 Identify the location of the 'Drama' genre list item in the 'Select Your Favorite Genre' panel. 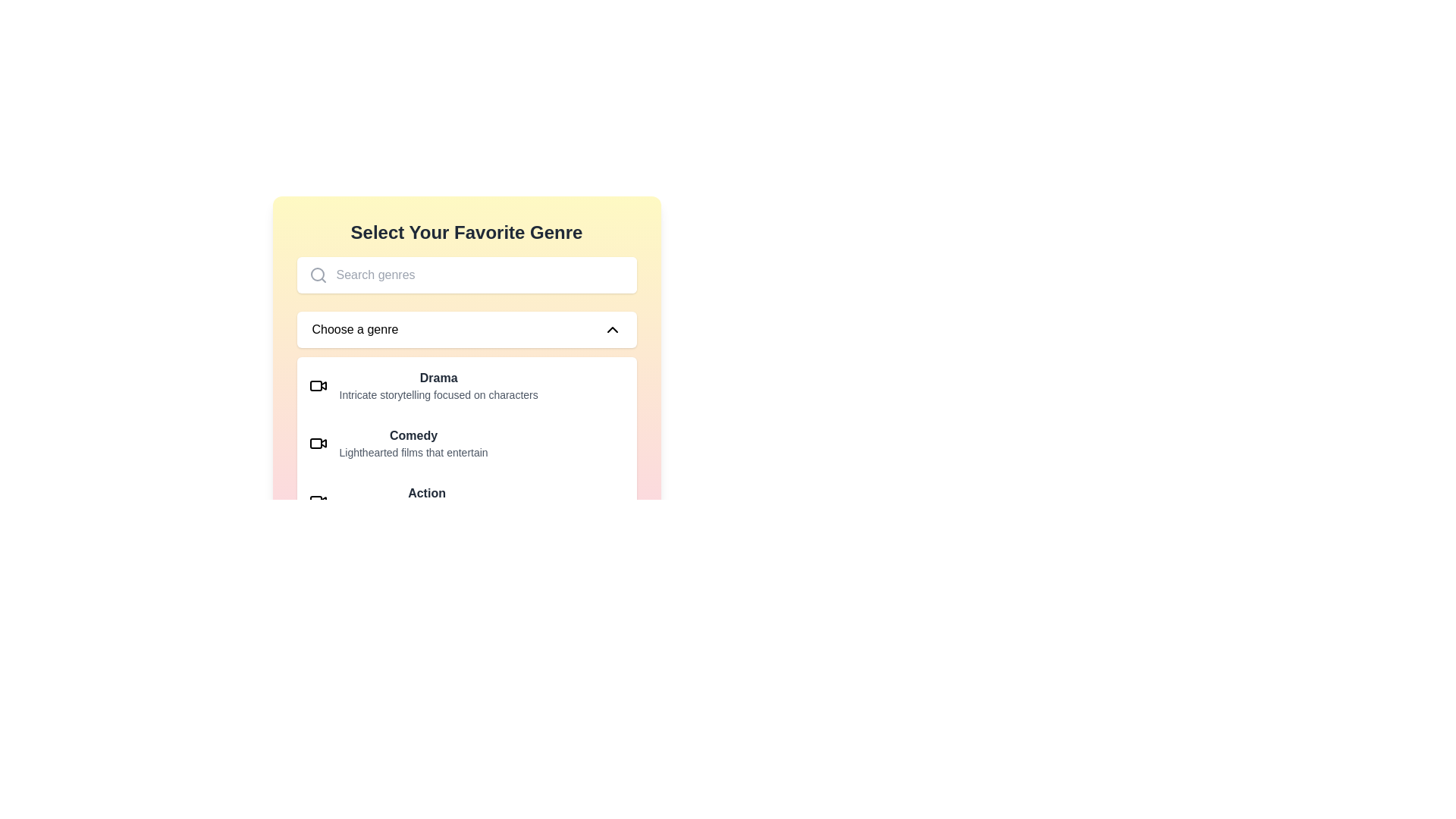
(466, 385).